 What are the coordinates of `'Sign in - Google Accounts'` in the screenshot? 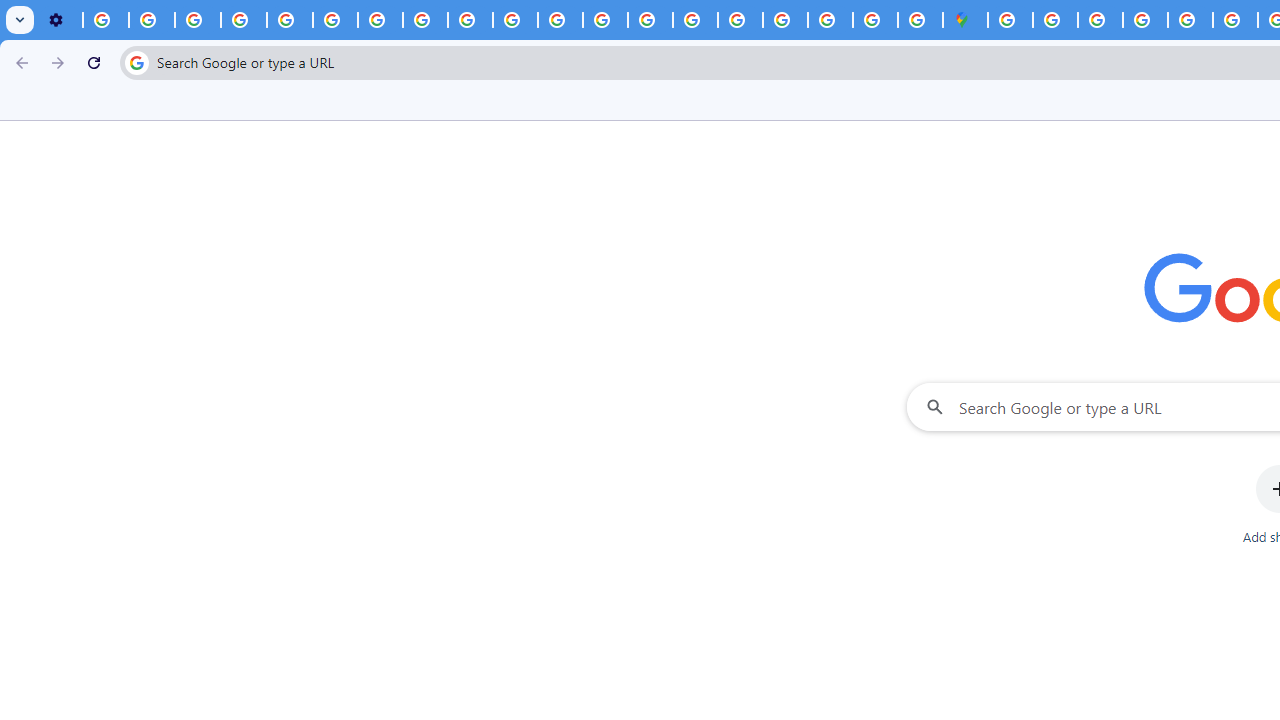 It's located at (1010, 20).